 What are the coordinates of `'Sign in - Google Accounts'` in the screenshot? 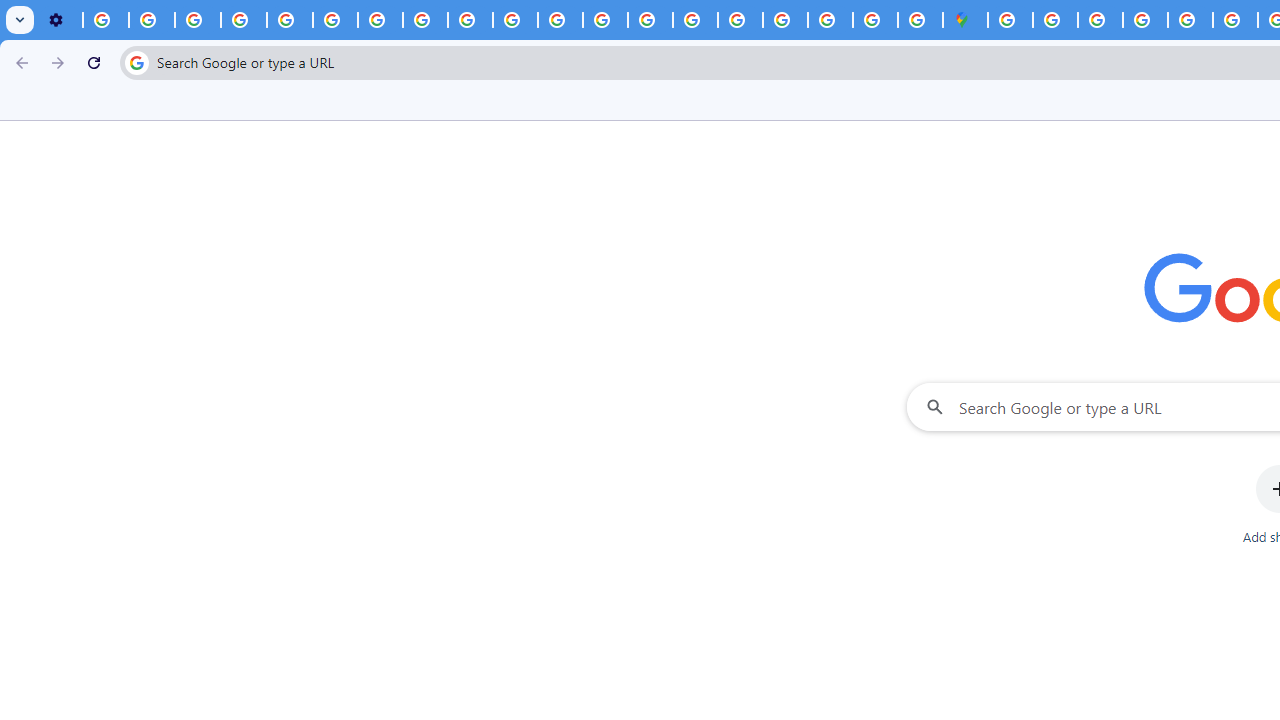 It's located at (1010, 20).